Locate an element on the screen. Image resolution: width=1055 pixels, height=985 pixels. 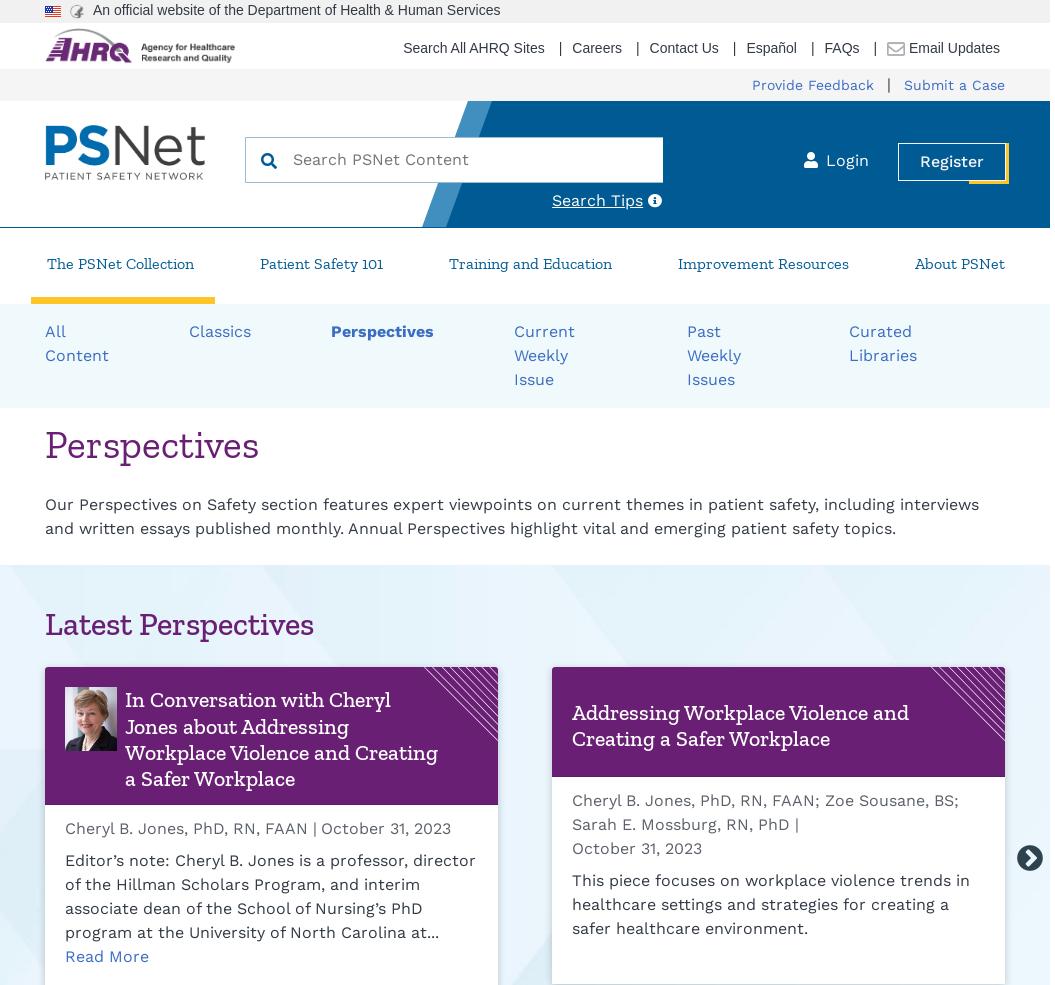
'In Conversation with Cheryl Jones about Addressing Workplace Violence and Creating a Safer Workplace' is located at coordinates (280, 738).